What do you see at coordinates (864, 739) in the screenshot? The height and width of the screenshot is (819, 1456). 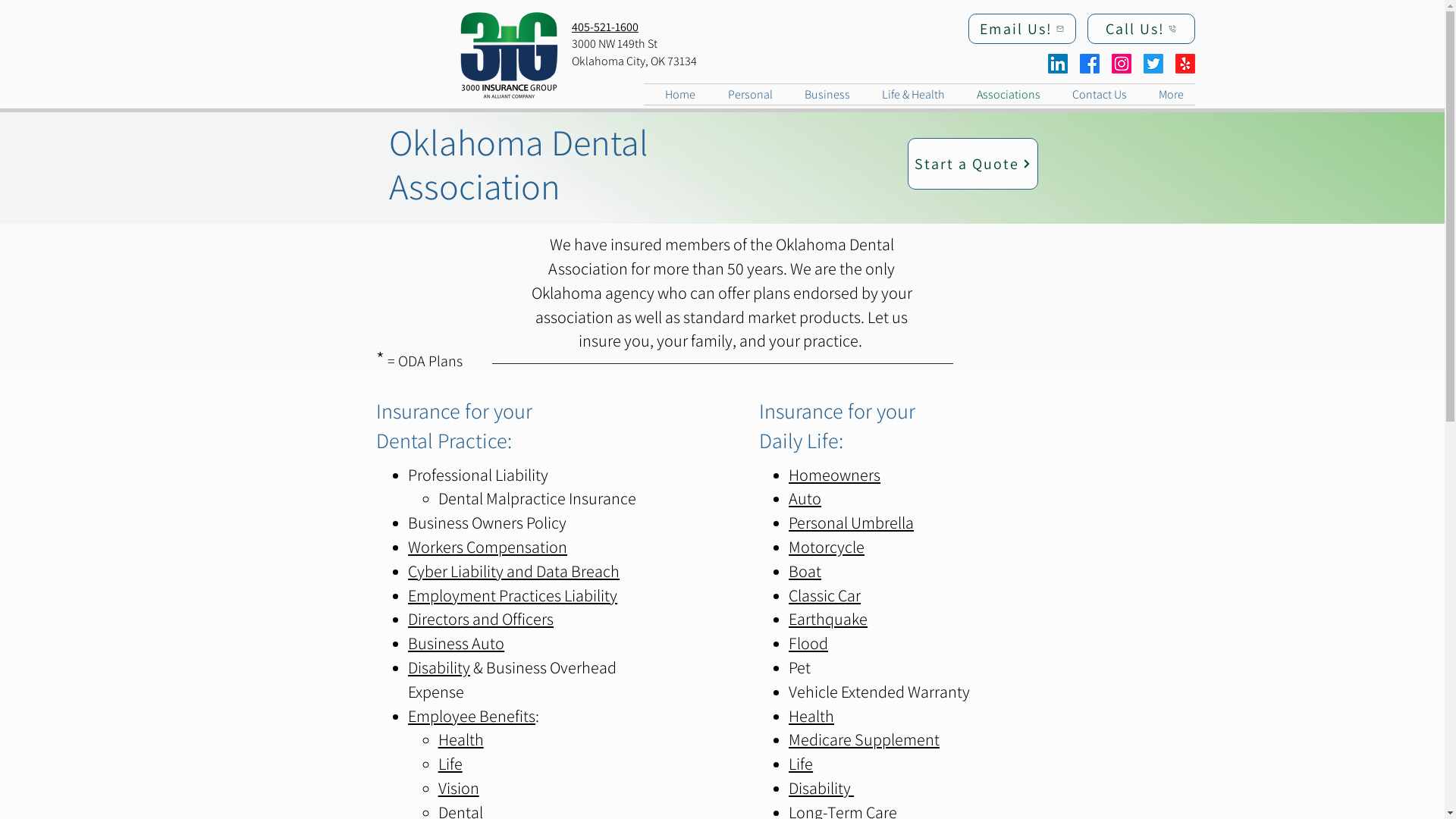 I see `'Medicare Supplement'` at bounding box center [864, 739].